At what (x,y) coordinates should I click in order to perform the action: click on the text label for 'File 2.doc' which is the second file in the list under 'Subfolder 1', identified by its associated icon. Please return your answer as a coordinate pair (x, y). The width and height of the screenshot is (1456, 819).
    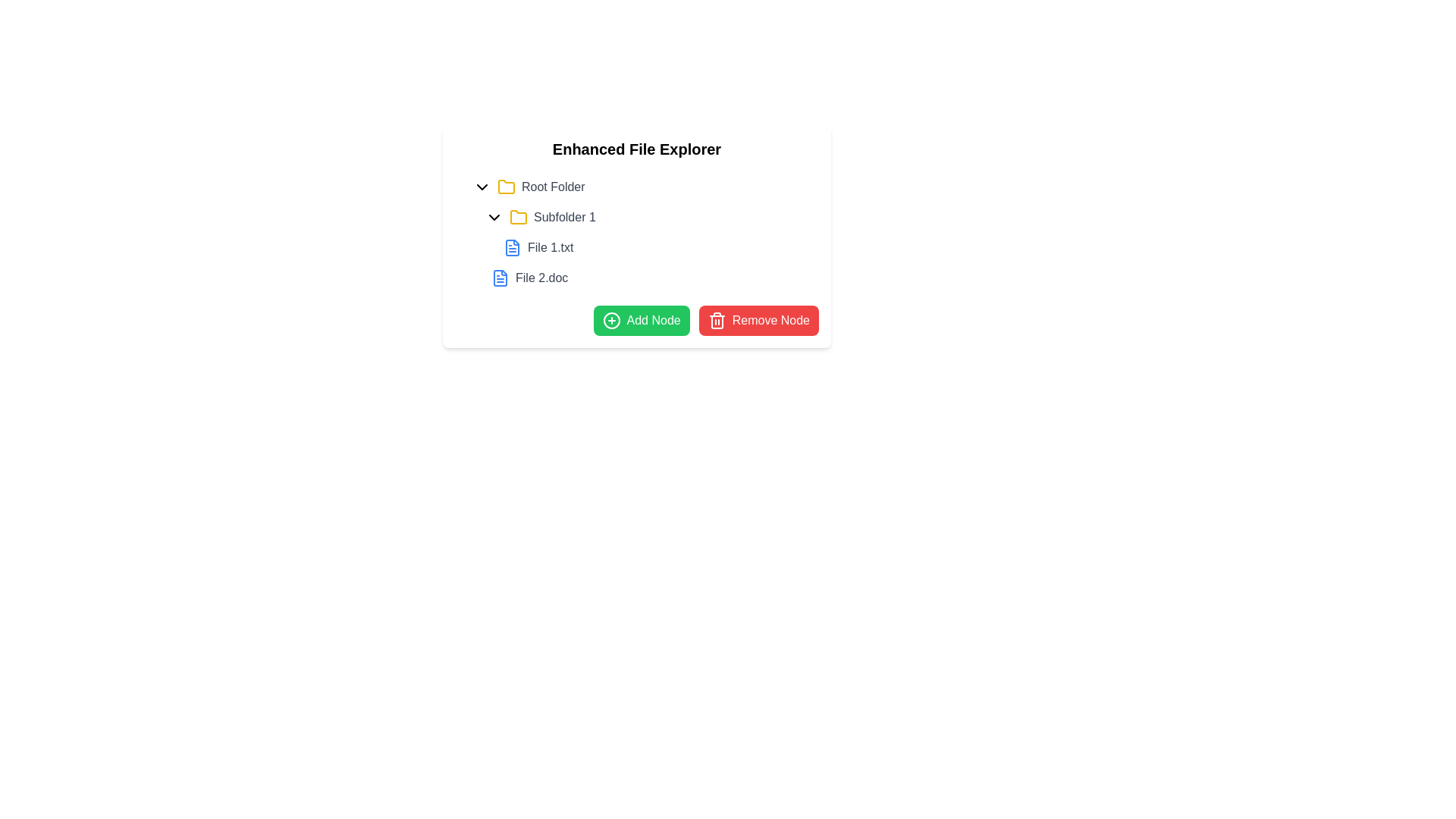
    Looking at the image, I should click on (541, 278).